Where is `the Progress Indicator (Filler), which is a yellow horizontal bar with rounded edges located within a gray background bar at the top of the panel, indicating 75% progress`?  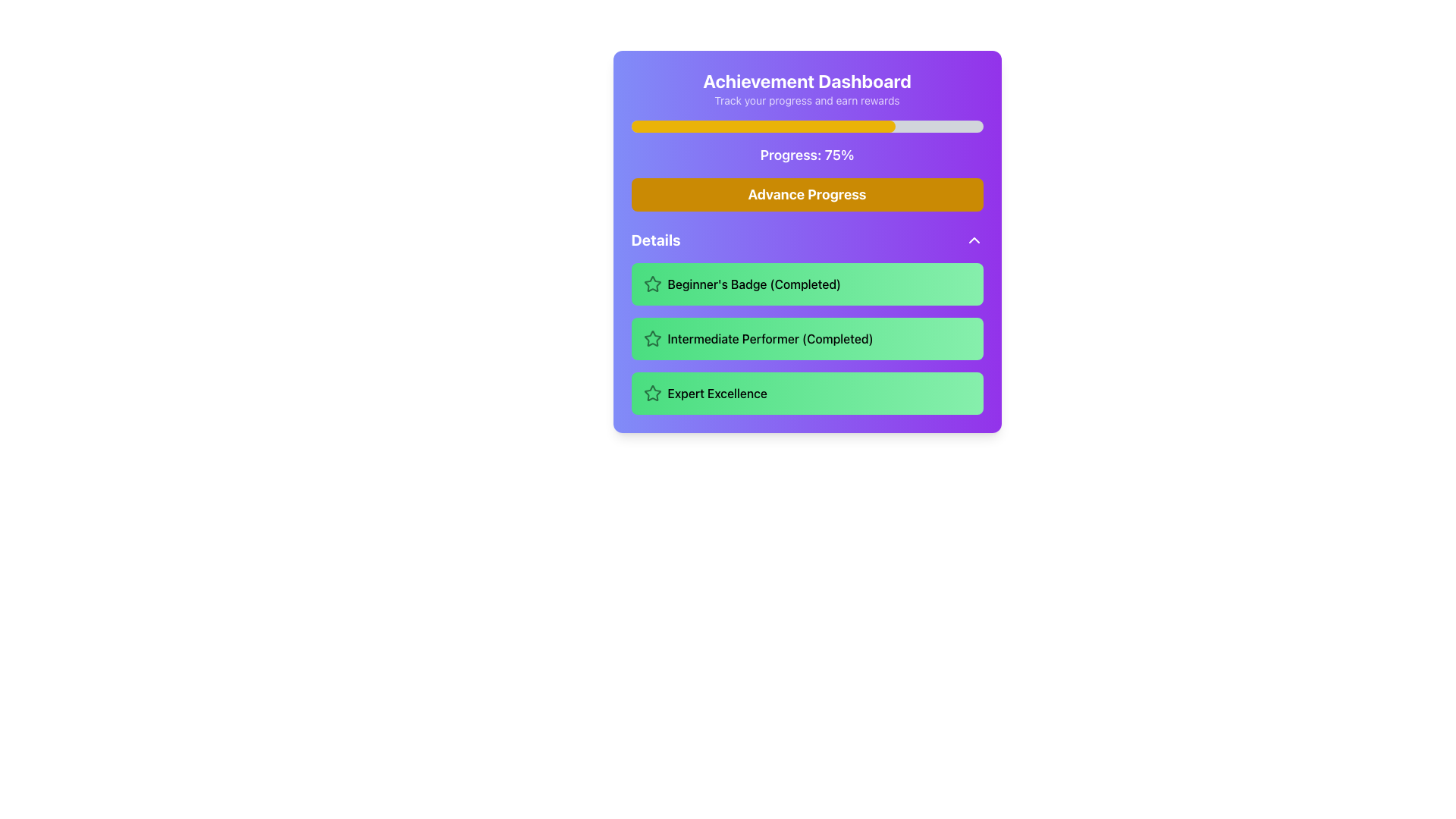
the Progress Indicator (Filler), which is a yellow horizontal bar with rounded edges located within a gray background bar at the top of the panel, indicating 75% progress is located at coordinates (763, 125).